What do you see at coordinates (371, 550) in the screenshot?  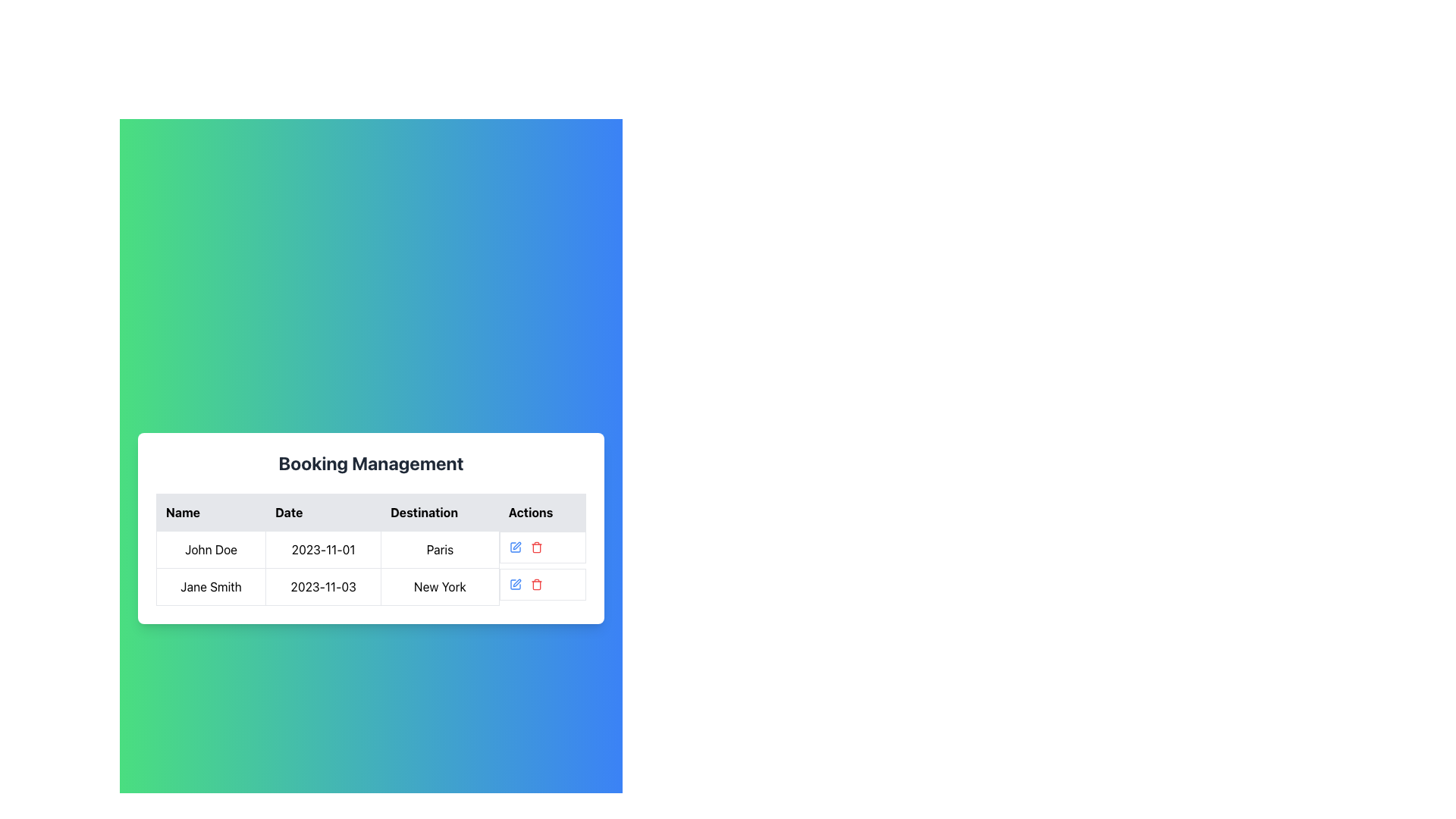 I see `the table cell displaying the booking date, located` at bounding box center [371, 550].